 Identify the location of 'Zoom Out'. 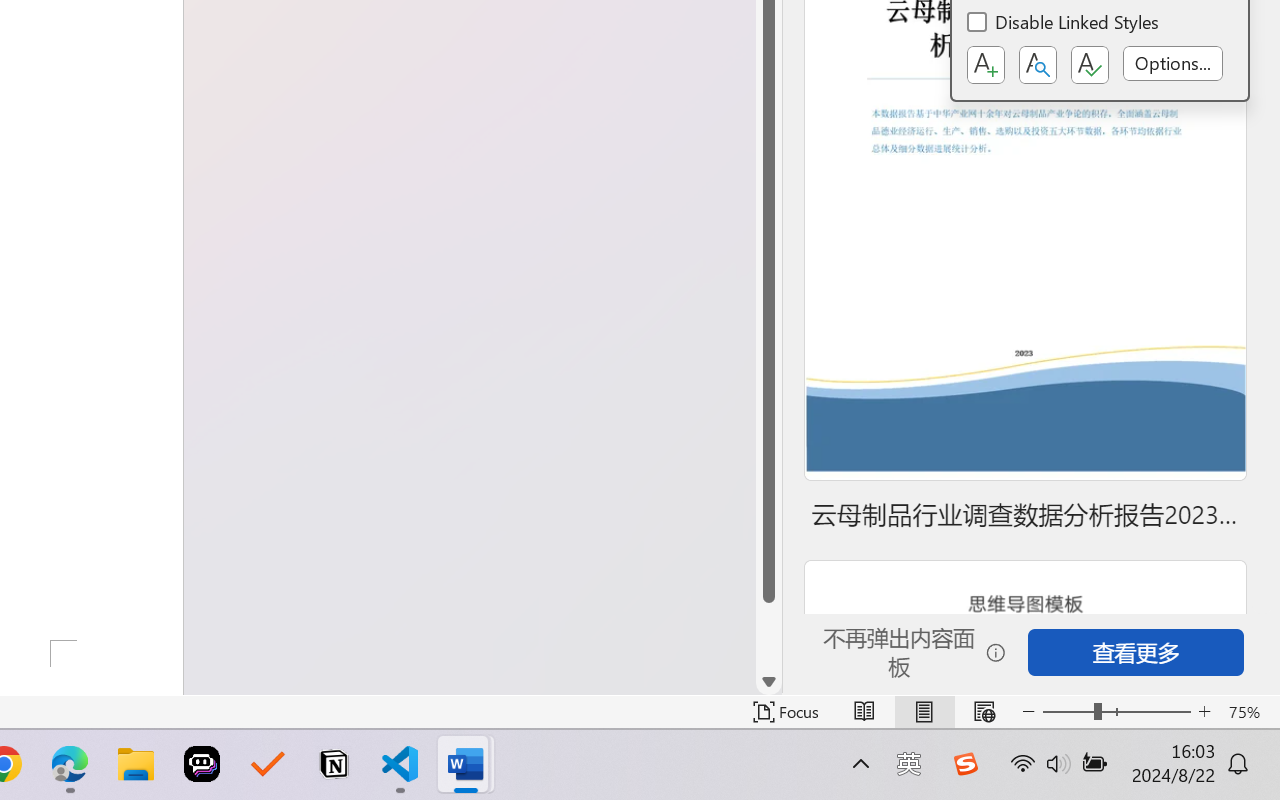
(1067, 711).